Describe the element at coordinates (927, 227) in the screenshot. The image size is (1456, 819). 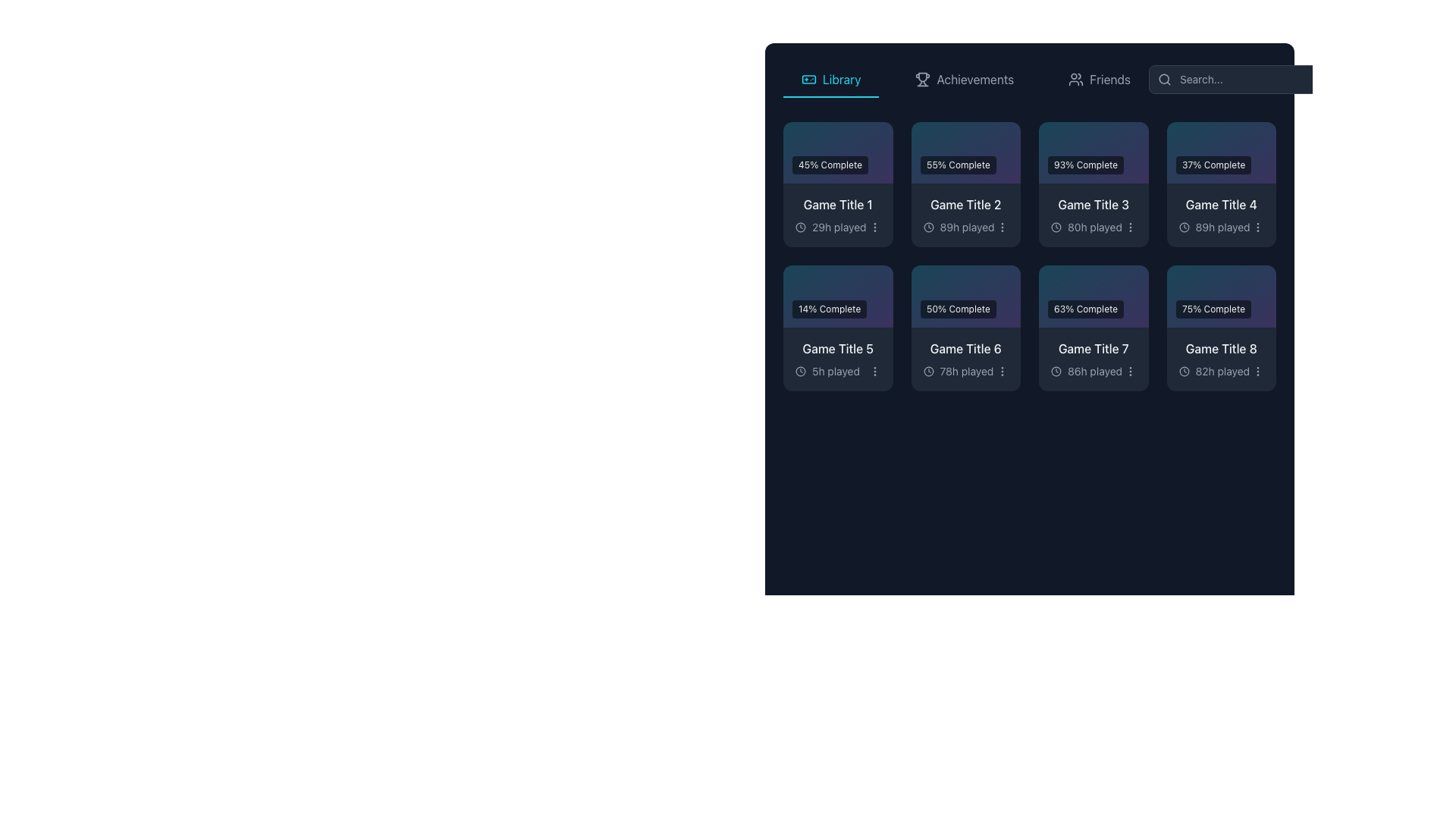
I see `the clock icon located to the immediate left of the text '89h played' in the summary information of 'Game Title 2'` at that location.